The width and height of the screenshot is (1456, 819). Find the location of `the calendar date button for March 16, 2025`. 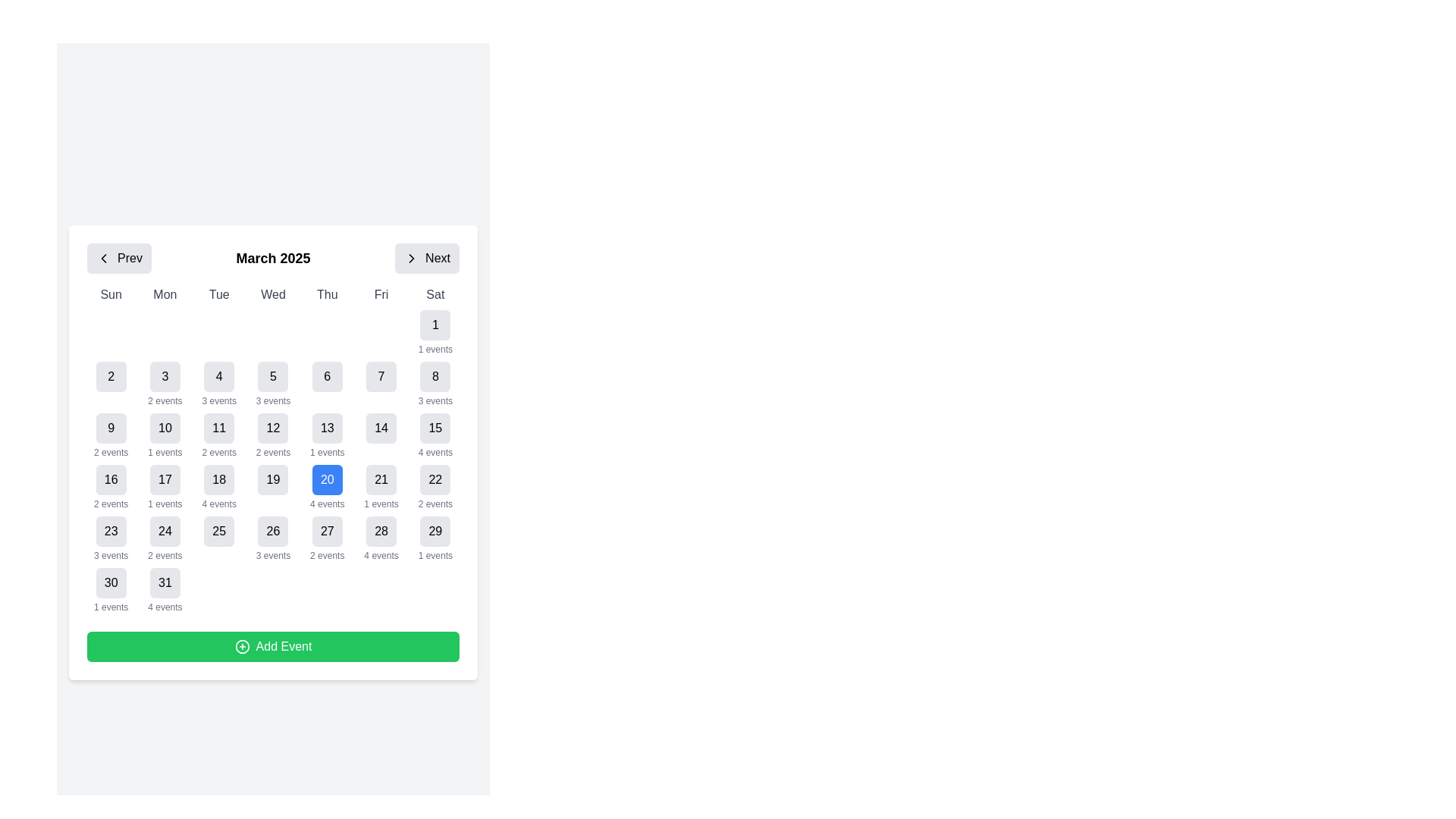

the calendar date button for March 16, 2025 is located at coordinates (110, 479).